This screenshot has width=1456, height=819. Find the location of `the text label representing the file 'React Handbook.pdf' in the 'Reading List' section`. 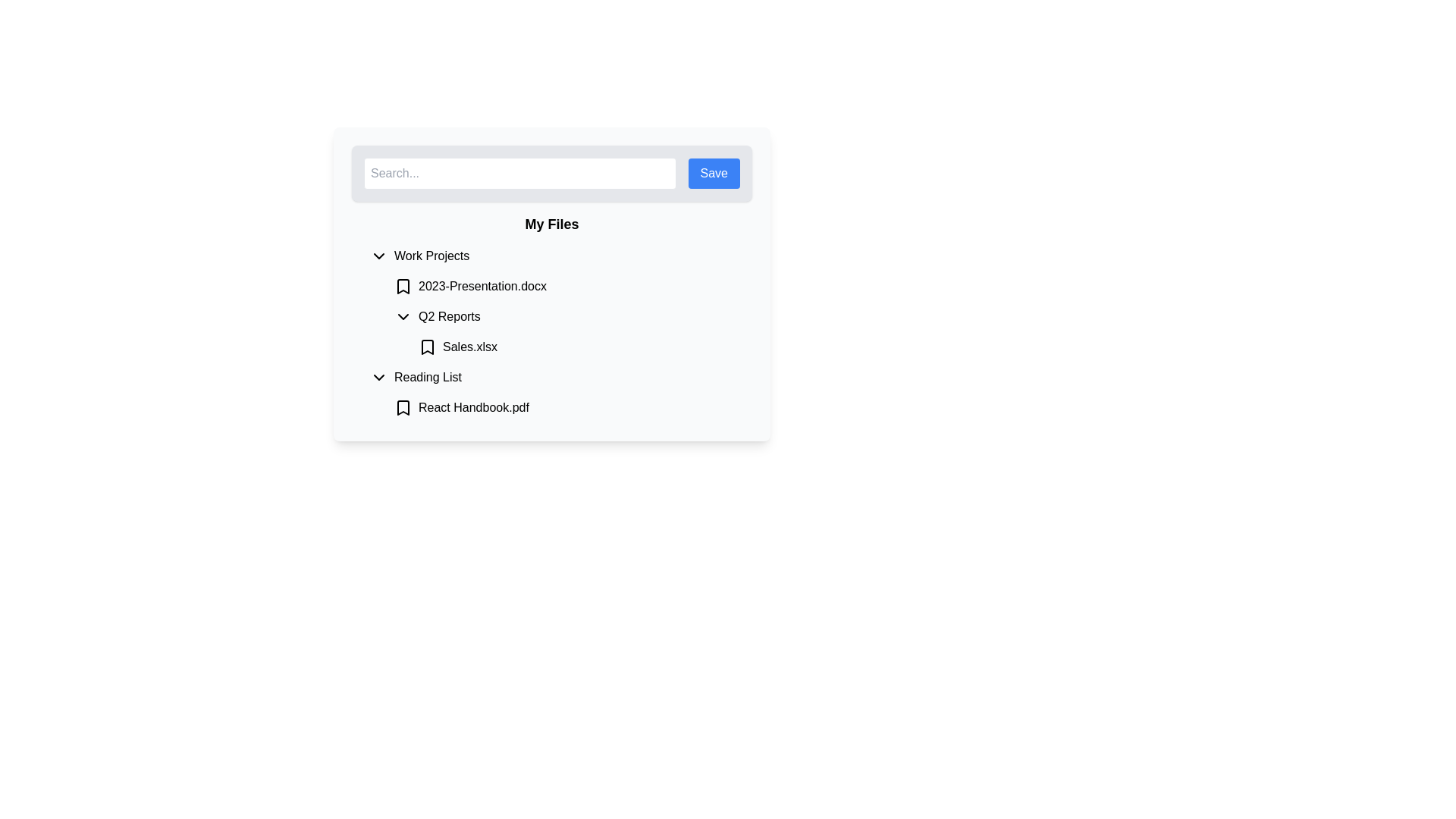

the text label representing the file 'React Handbook.pdf' in the 'Reading List' section is located at coordinates (472, 406).